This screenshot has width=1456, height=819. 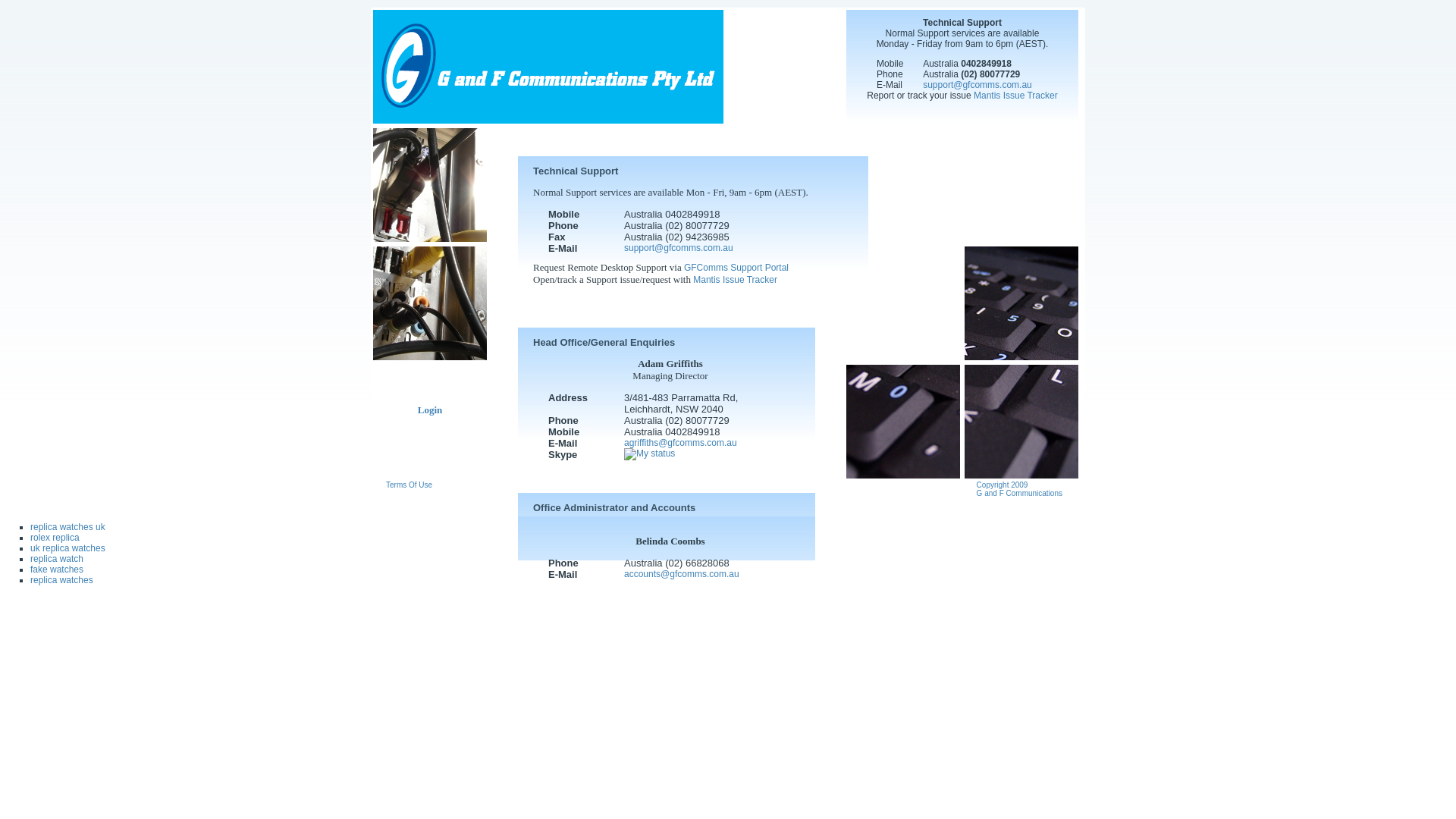 What do you see at coordinates (735, 280) in the screenshot?
I see `'Mantis Issue Tracker'` at bounding box center [735, 280].